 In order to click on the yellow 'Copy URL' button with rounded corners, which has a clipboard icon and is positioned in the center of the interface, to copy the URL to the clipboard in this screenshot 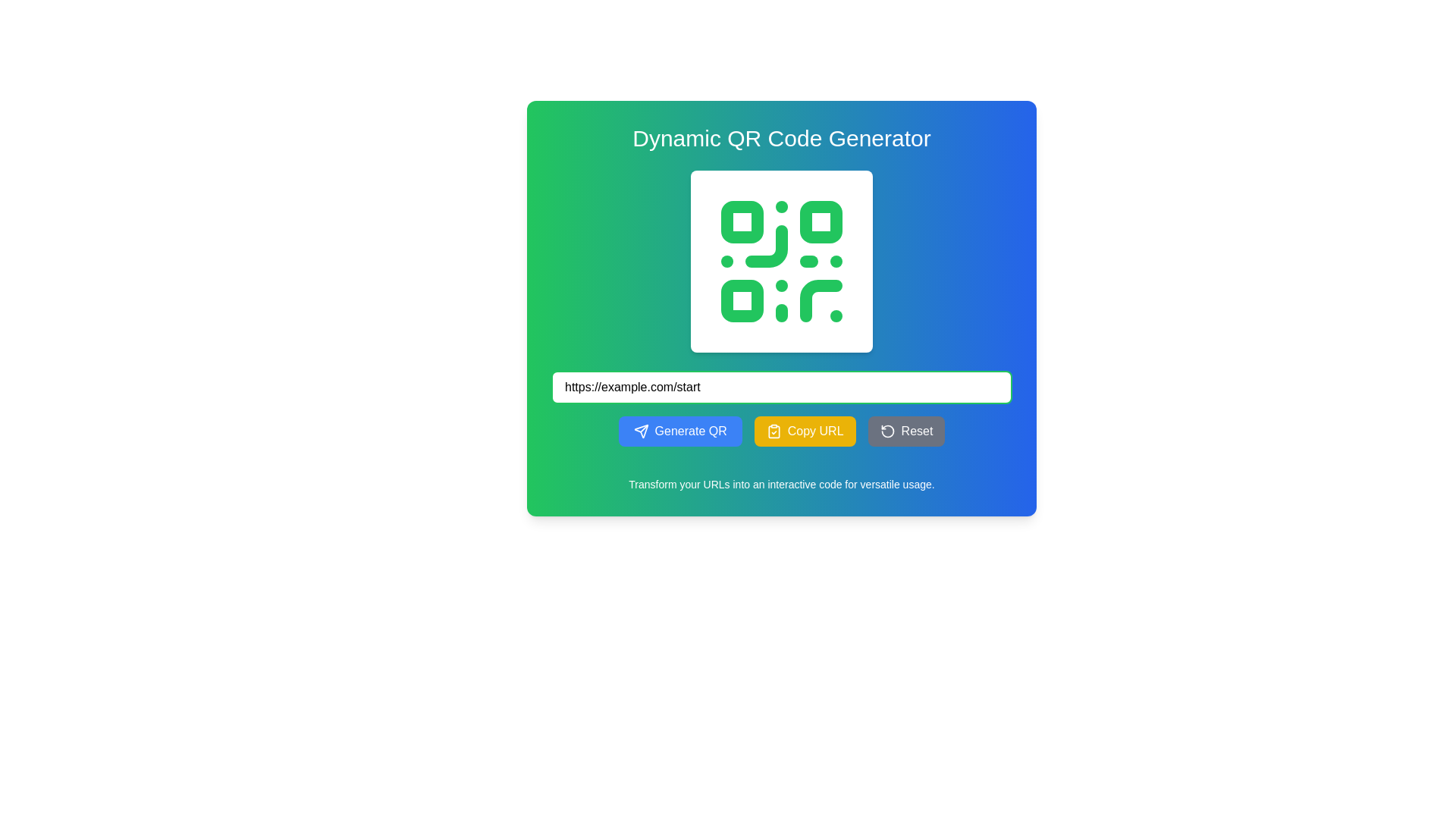, I will do `click(804, 431)`.